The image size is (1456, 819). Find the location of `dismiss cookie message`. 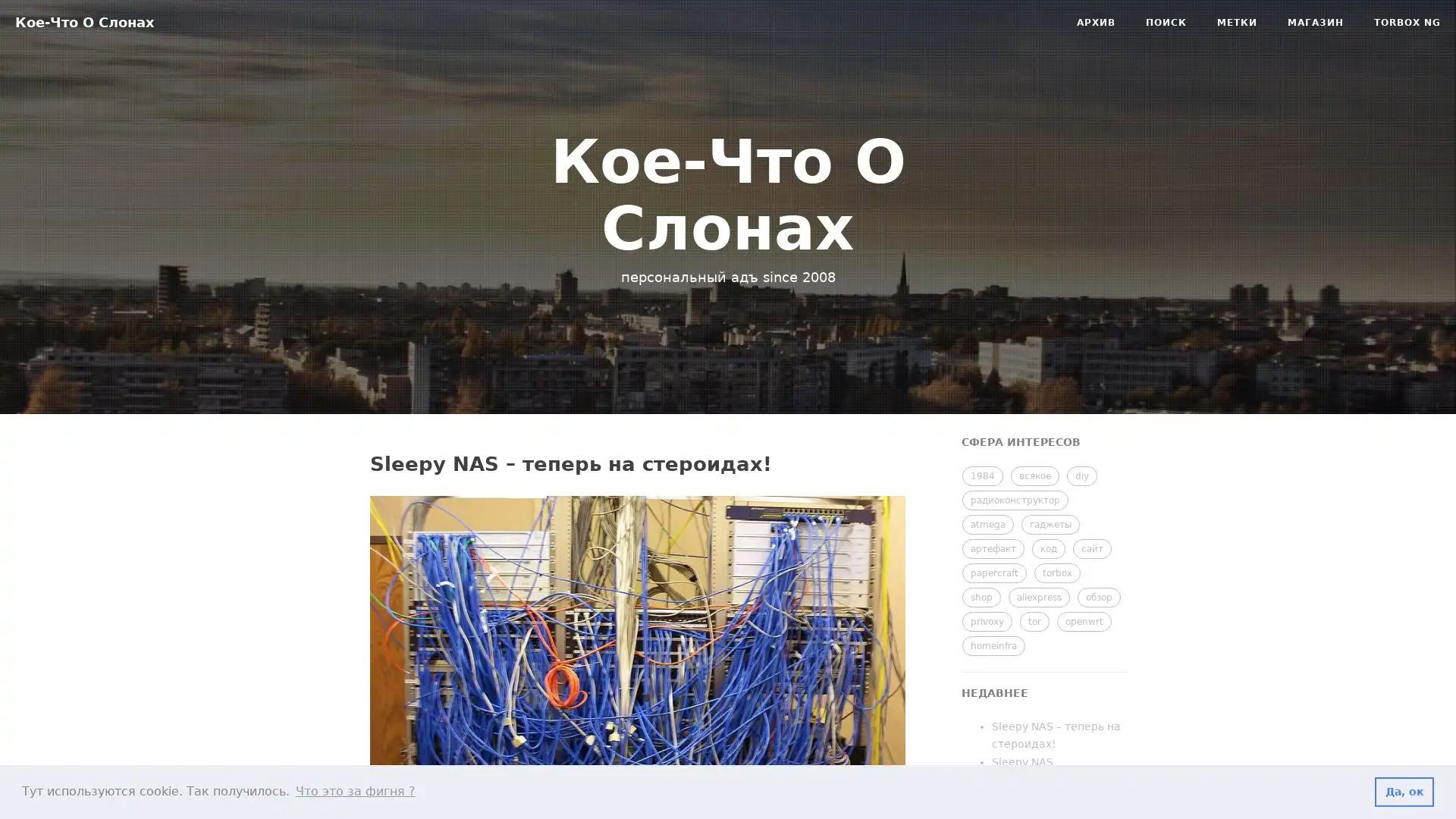

dismiss cookie message is located at coordinates (1404, 791).